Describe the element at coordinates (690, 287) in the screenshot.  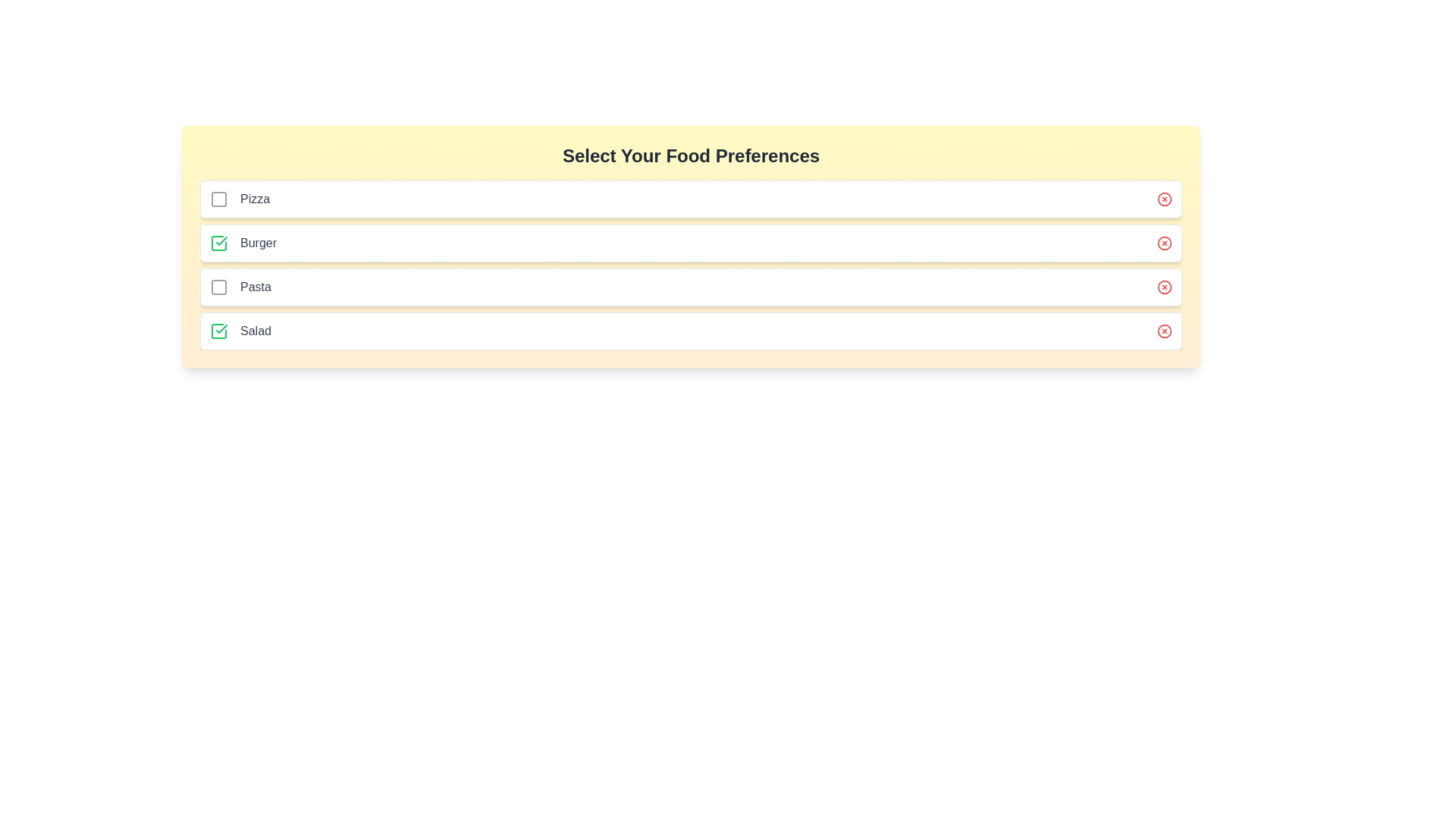
I see `the 'Pasta' food preference list item with checkbox` at that location.